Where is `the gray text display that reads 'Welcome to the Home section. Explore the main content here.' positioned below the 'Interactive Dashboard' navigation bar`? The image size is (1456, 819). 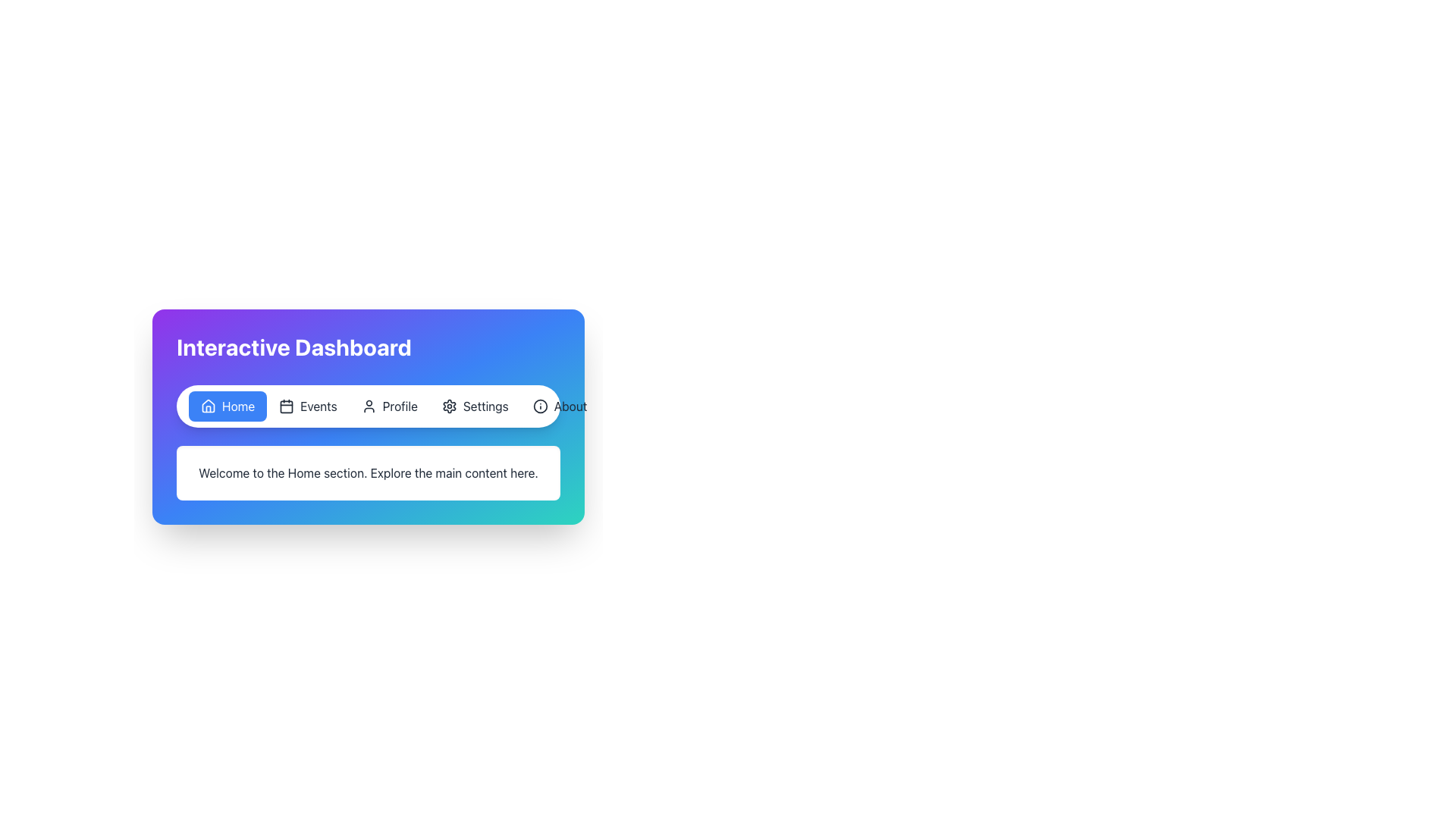
the gray text display that reads 'Welcome to the Home section. Explore the main content here.' positioned below the 'Interactive Dashboard' navigation bar is located at coordinates (368, 472).